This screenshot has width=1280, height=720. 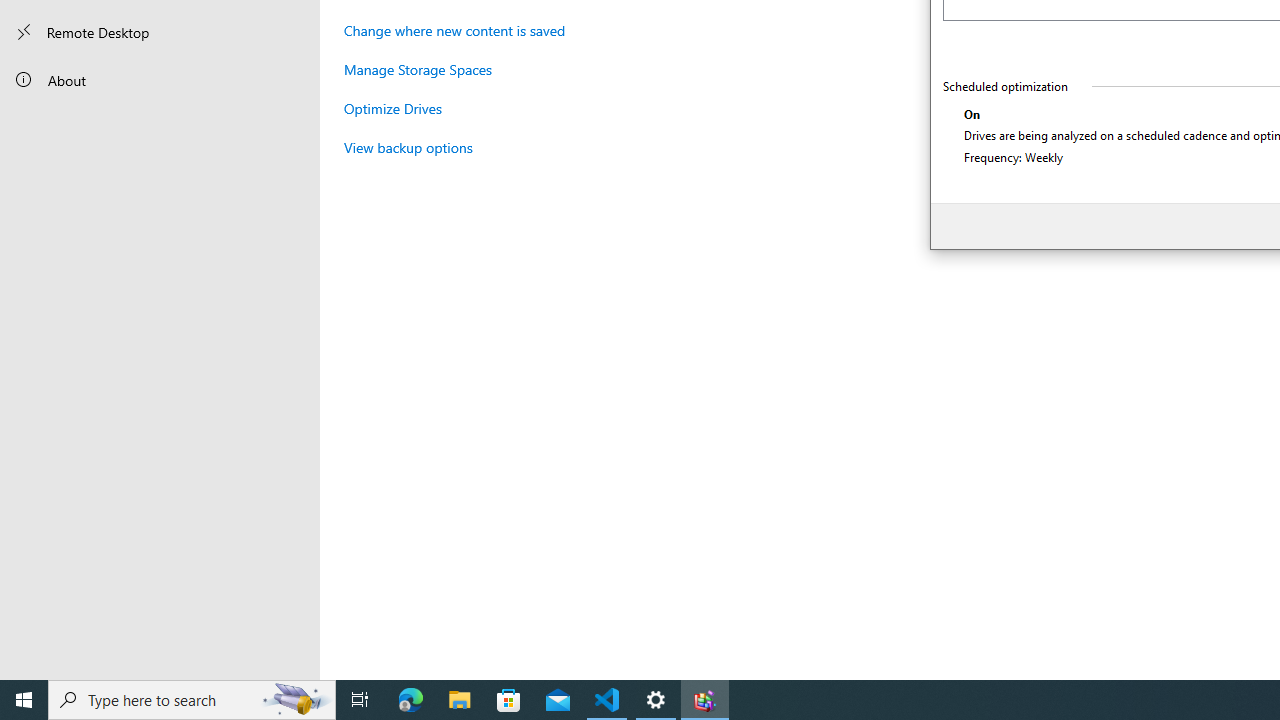 I want to click on 'Task View', so click(x=359, y=698).